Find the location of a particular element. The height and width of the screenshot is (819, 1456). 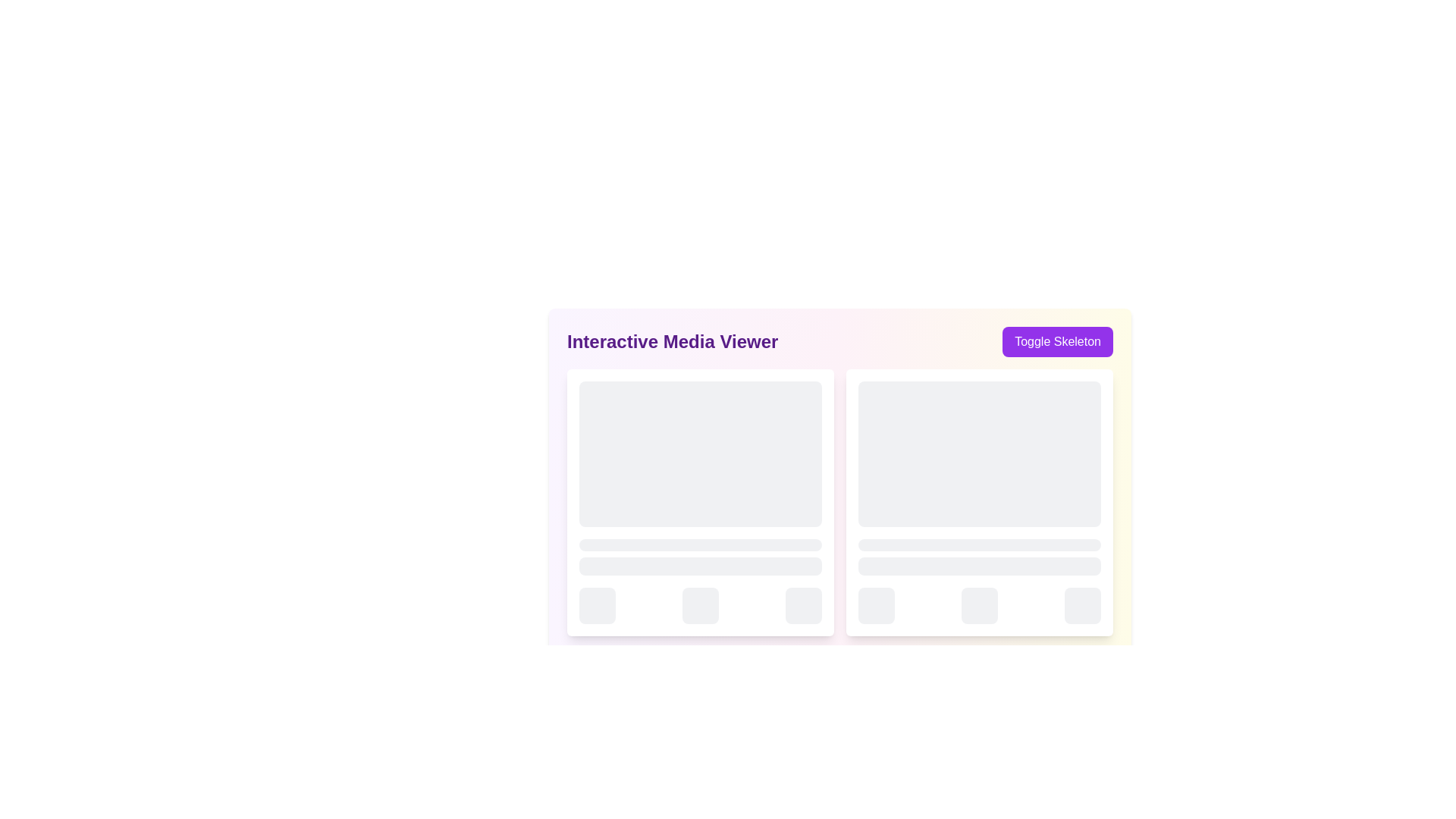

the middle button in the horizontal row of three buttons, which has a light gray background and rounded corners is located at coordinates (979, 604).